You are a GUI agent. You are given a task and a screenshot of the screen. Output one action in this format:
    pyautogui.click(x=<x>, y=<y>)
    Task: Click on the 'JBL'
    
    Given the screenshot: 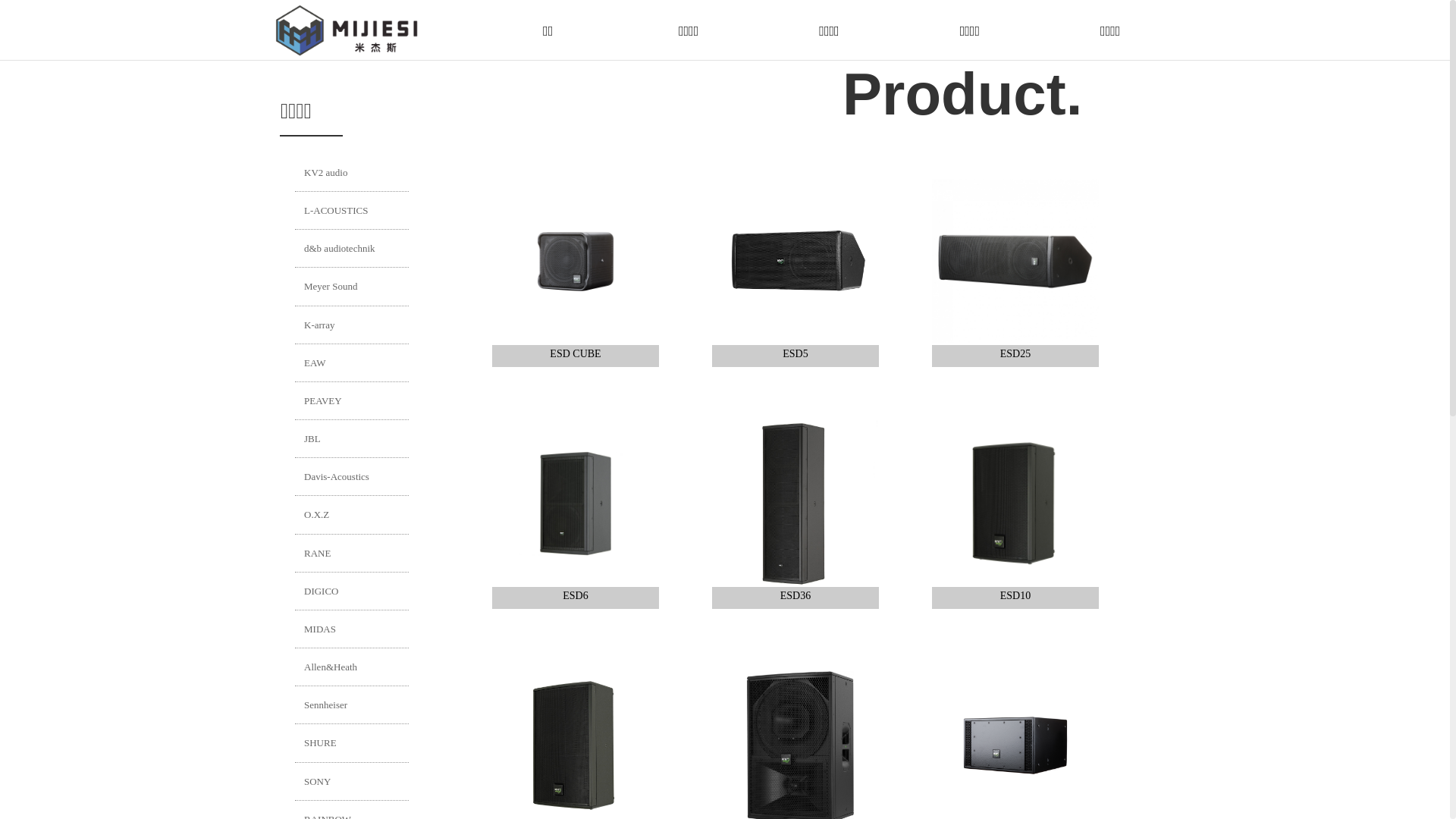 What is the action you would take?
    pyautogui.click(x=351, y=438)
    